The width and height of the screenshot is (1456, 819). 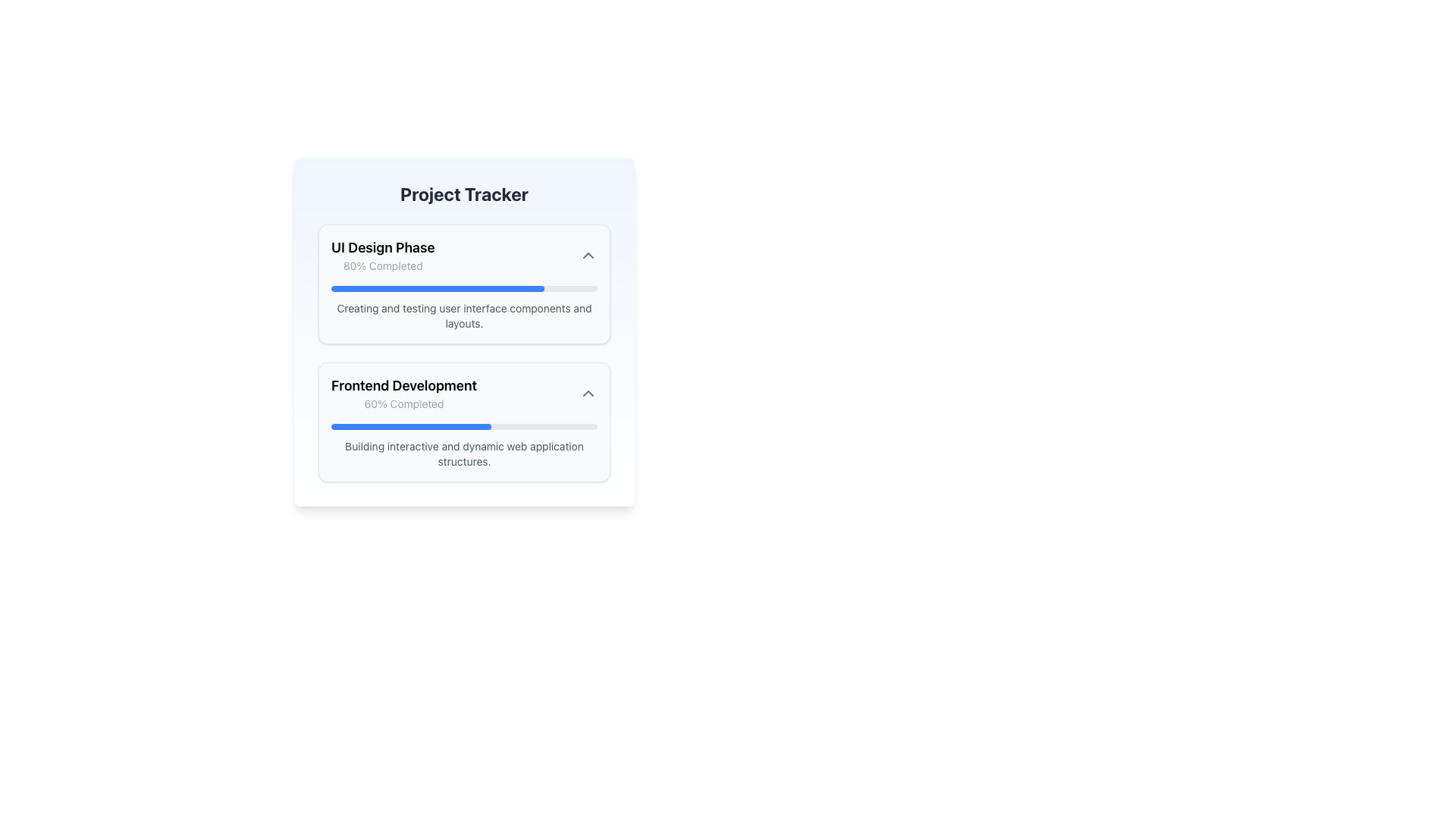 I want to click on the blue progress bar section that occupies 60% of the width in the 'Frontend Development' section of the project tracker, so click(x=411, y=427).